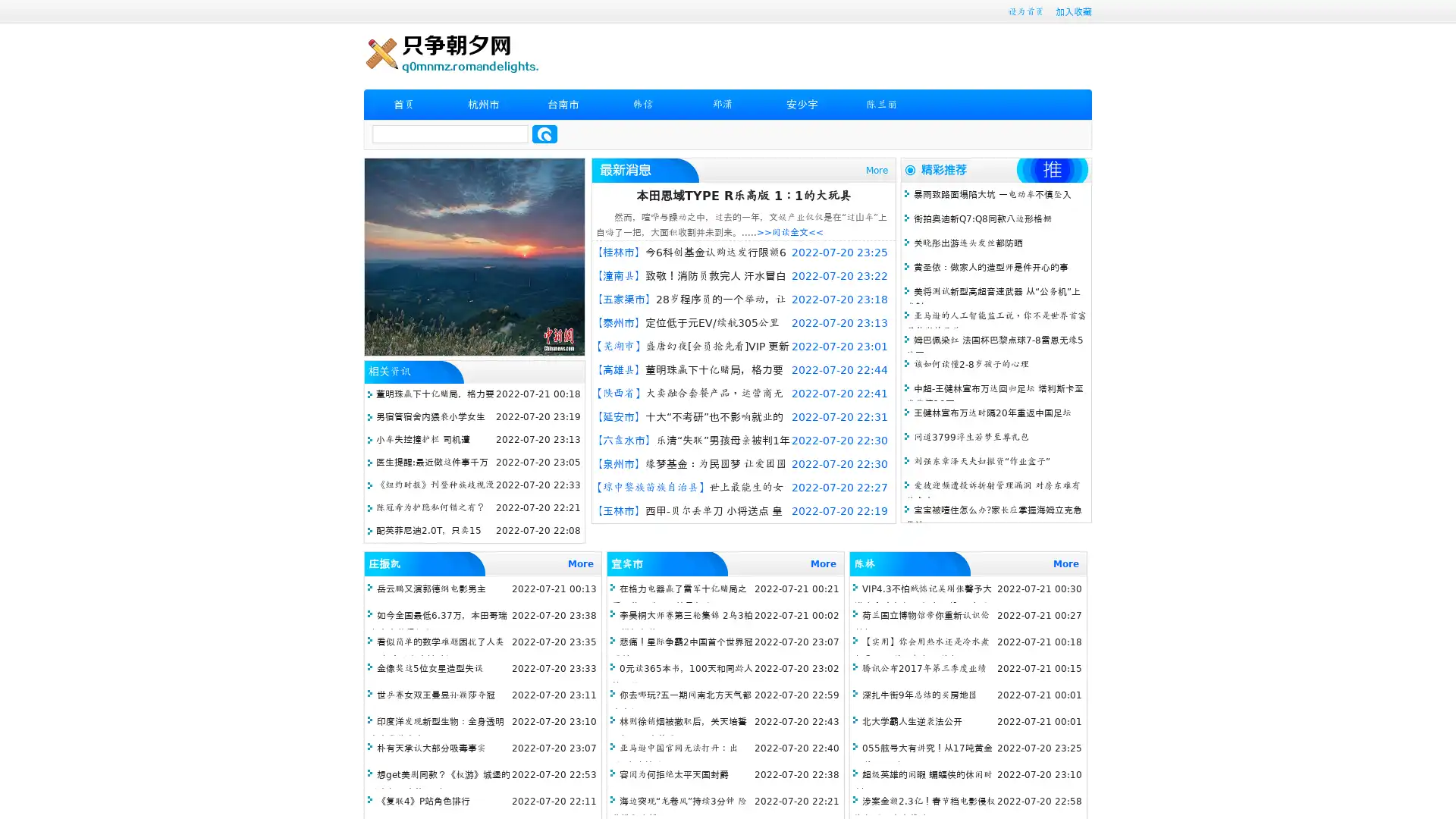 This screenshot has height=819, width=1456. What do you see at coordinates (544, 133) in the screenshot?
I see `Search` at bounding box center [544, 133].